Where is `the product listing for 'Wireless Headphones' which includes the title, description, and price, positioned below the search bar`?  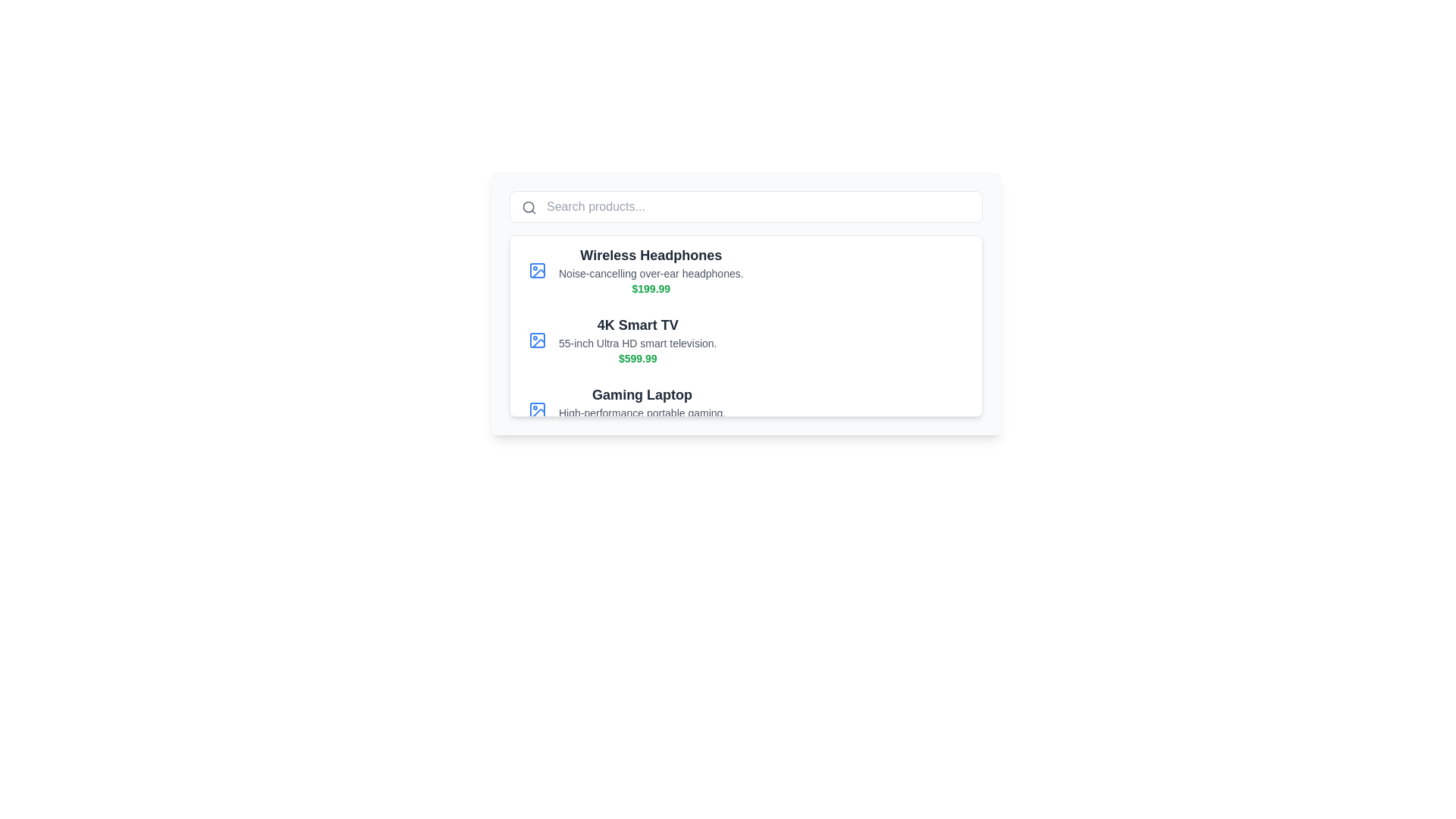
the product listing for 'Wireless Headphones' which includes the title, description, and price, positioned below the search bar is located at coordinates (651, 270).